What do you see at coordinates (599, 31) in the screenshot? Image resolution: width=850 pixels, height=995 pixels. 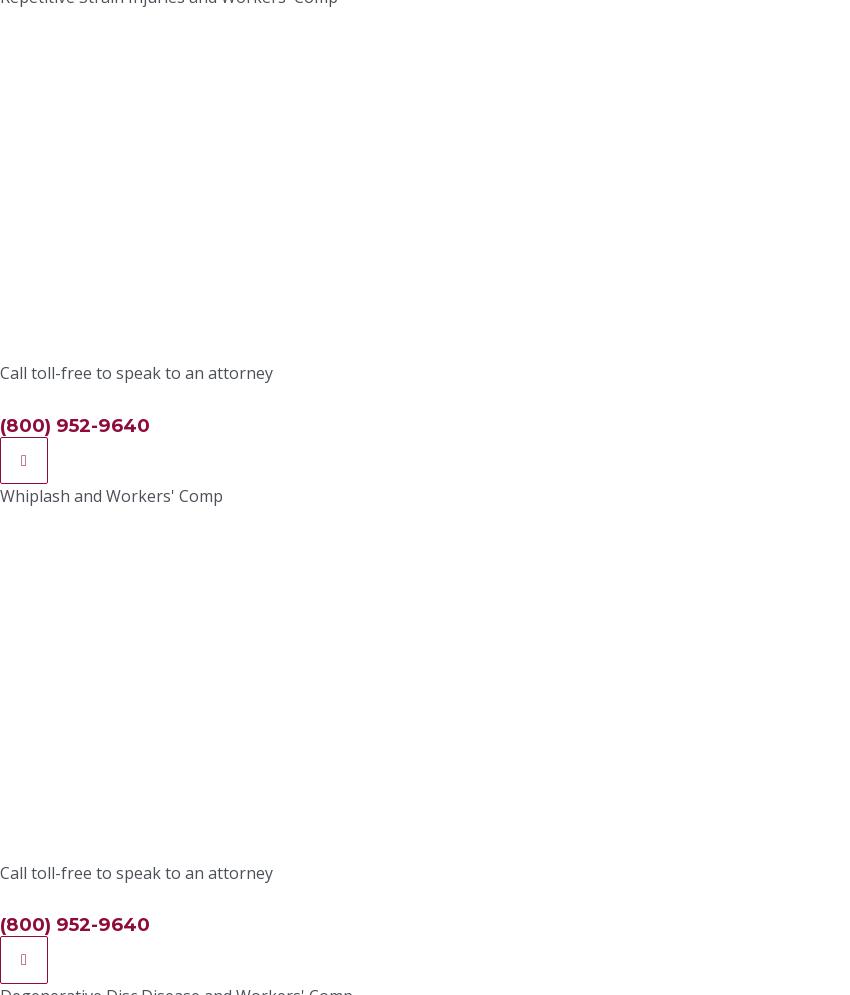 I see `'Workers’ Compensation Foot Injury Settlements and Benefits'` at bounding box center [599, 31].